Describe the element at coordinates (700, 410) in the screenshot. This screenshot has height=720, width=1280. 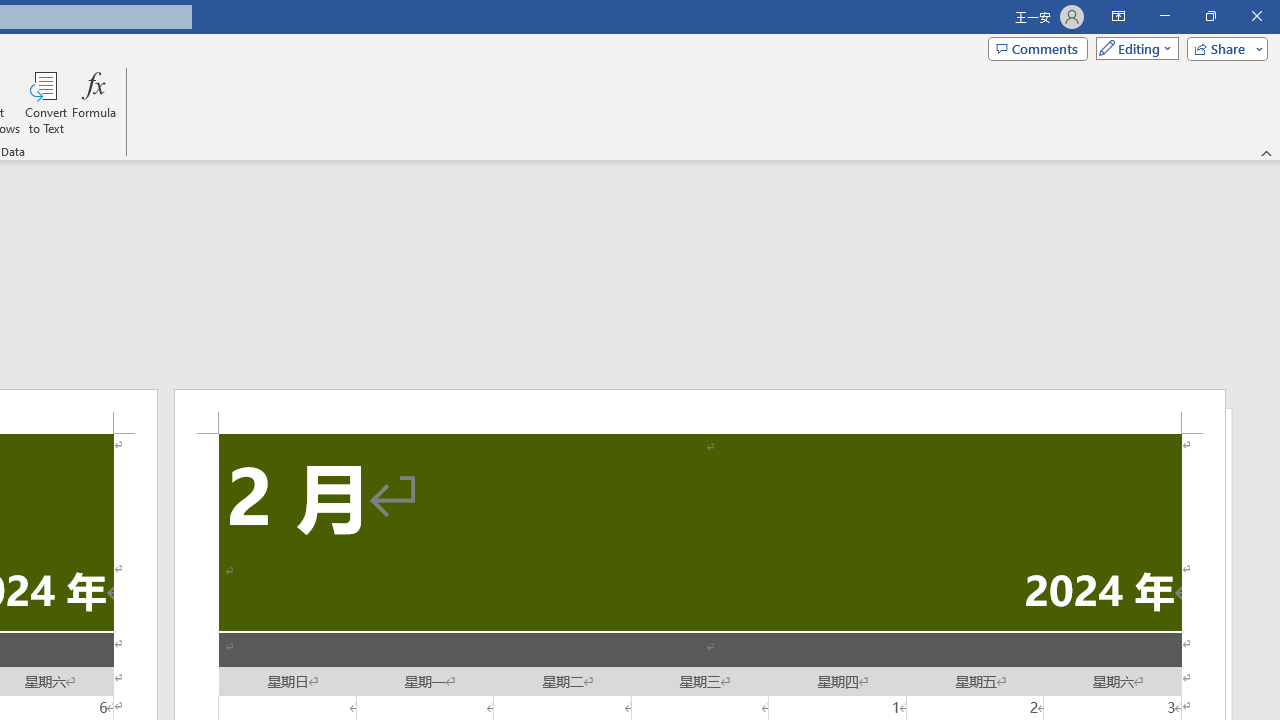
I see `'Header -Section 2-'` at that location.